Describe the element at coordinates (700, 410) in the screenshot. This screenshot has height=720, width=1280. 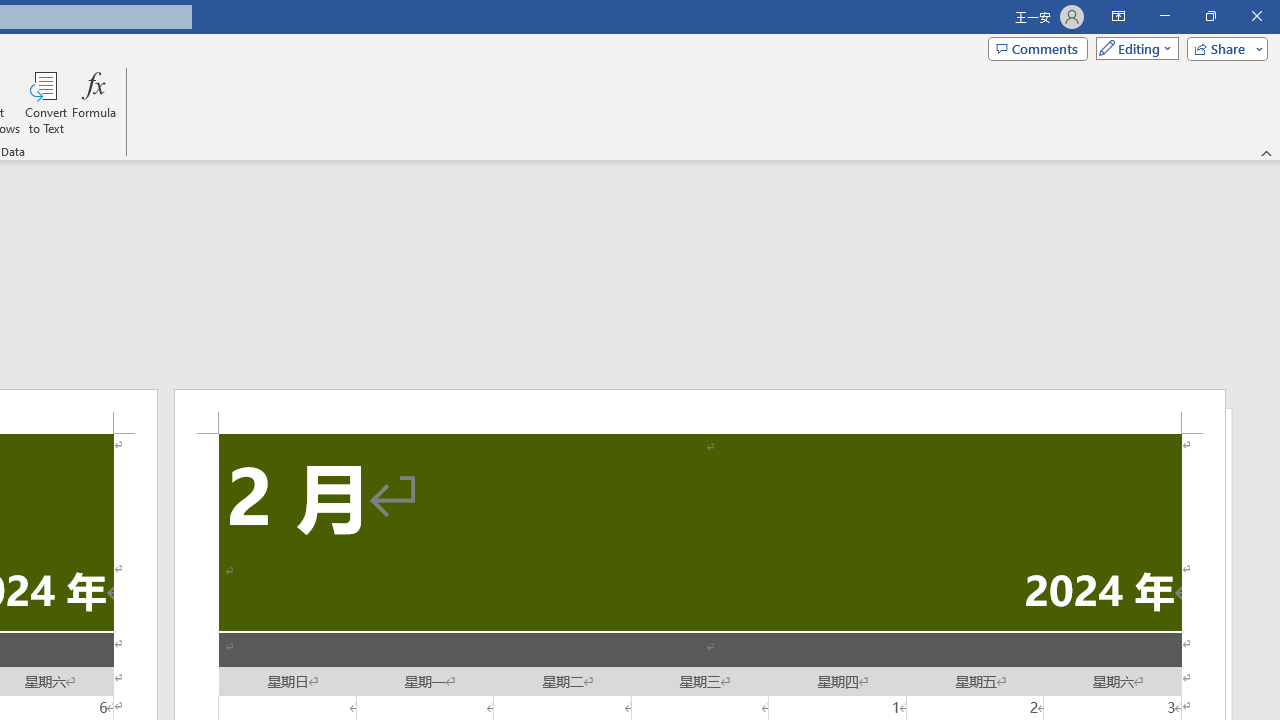
I see `'Header -Section 2-'` at that location.